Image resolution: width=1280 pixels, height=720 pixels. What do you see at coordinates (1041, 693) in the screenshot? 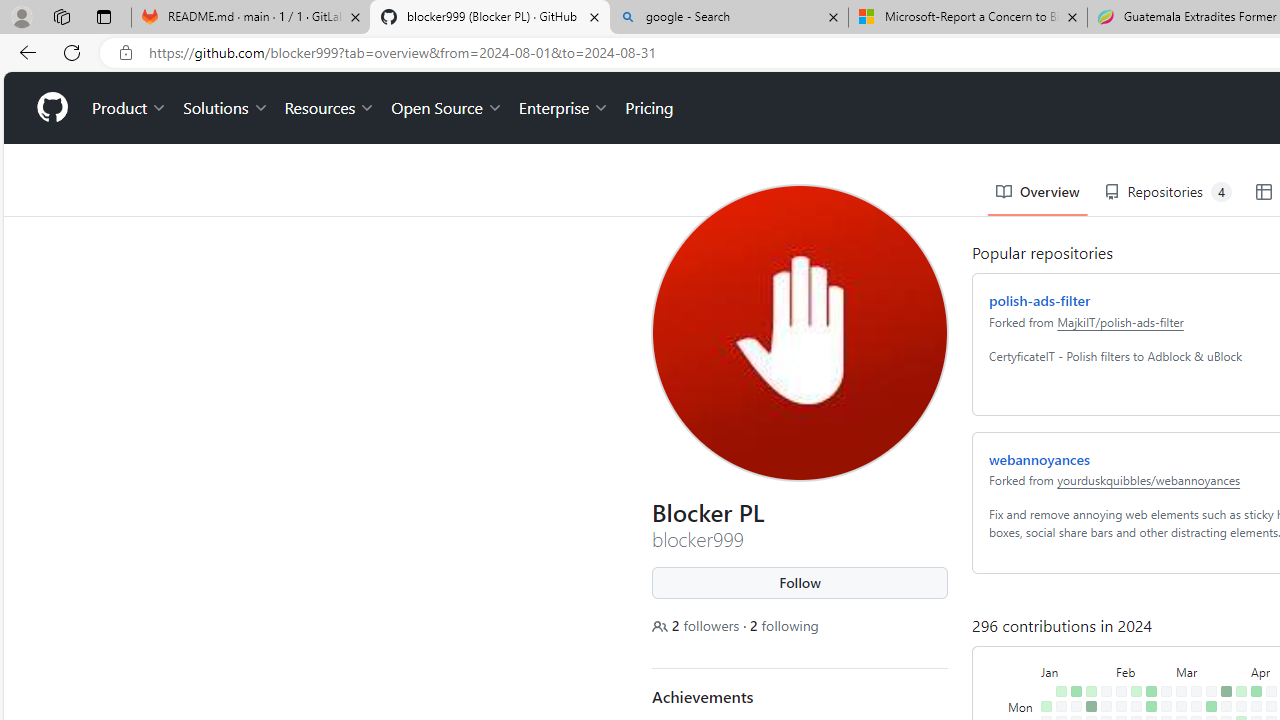
I see `'No contributions on January 5th.'` at bounding box center [1041, 693].